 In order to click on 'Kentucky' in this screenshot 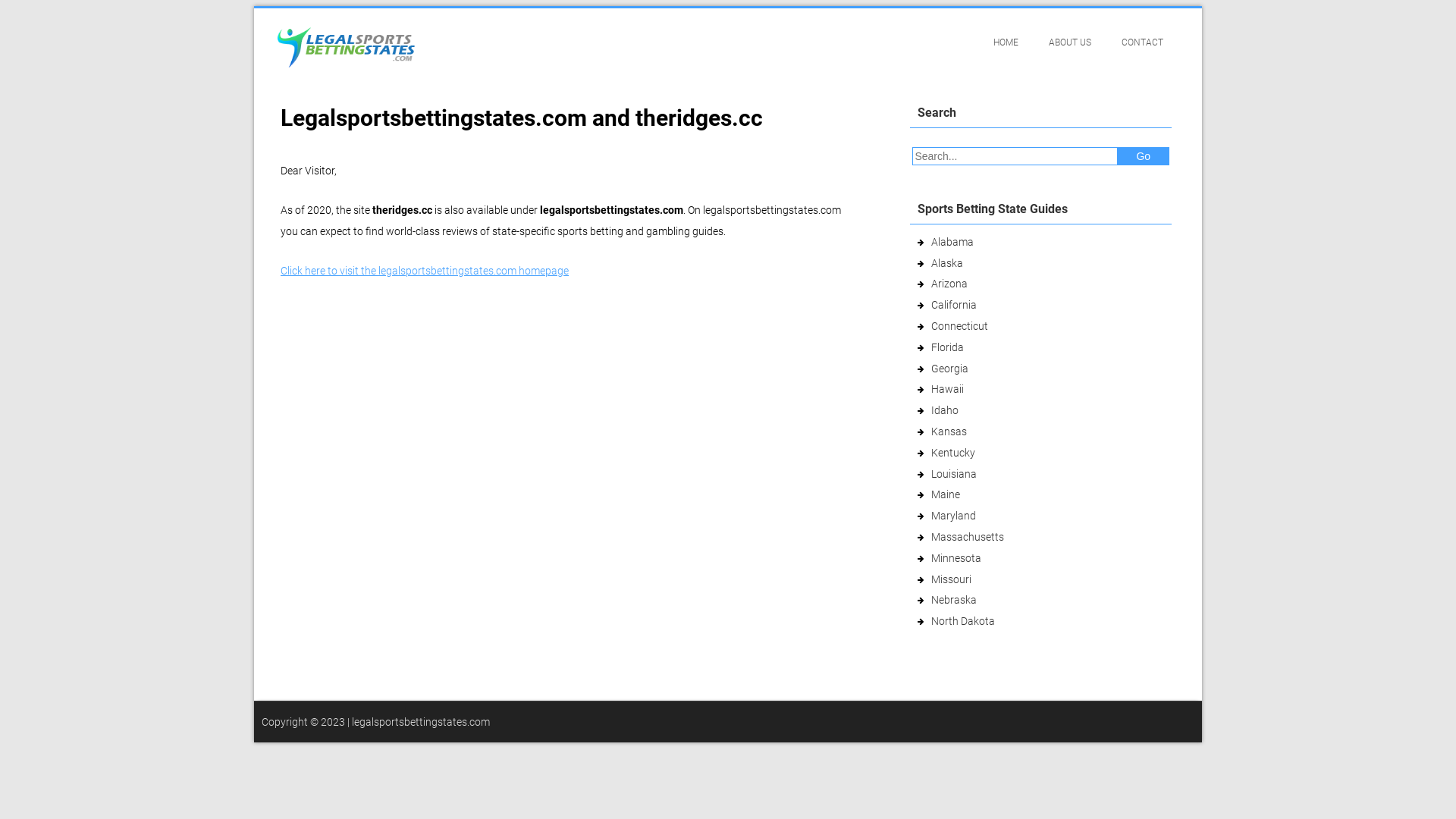, I will do `click(930, 452)`.